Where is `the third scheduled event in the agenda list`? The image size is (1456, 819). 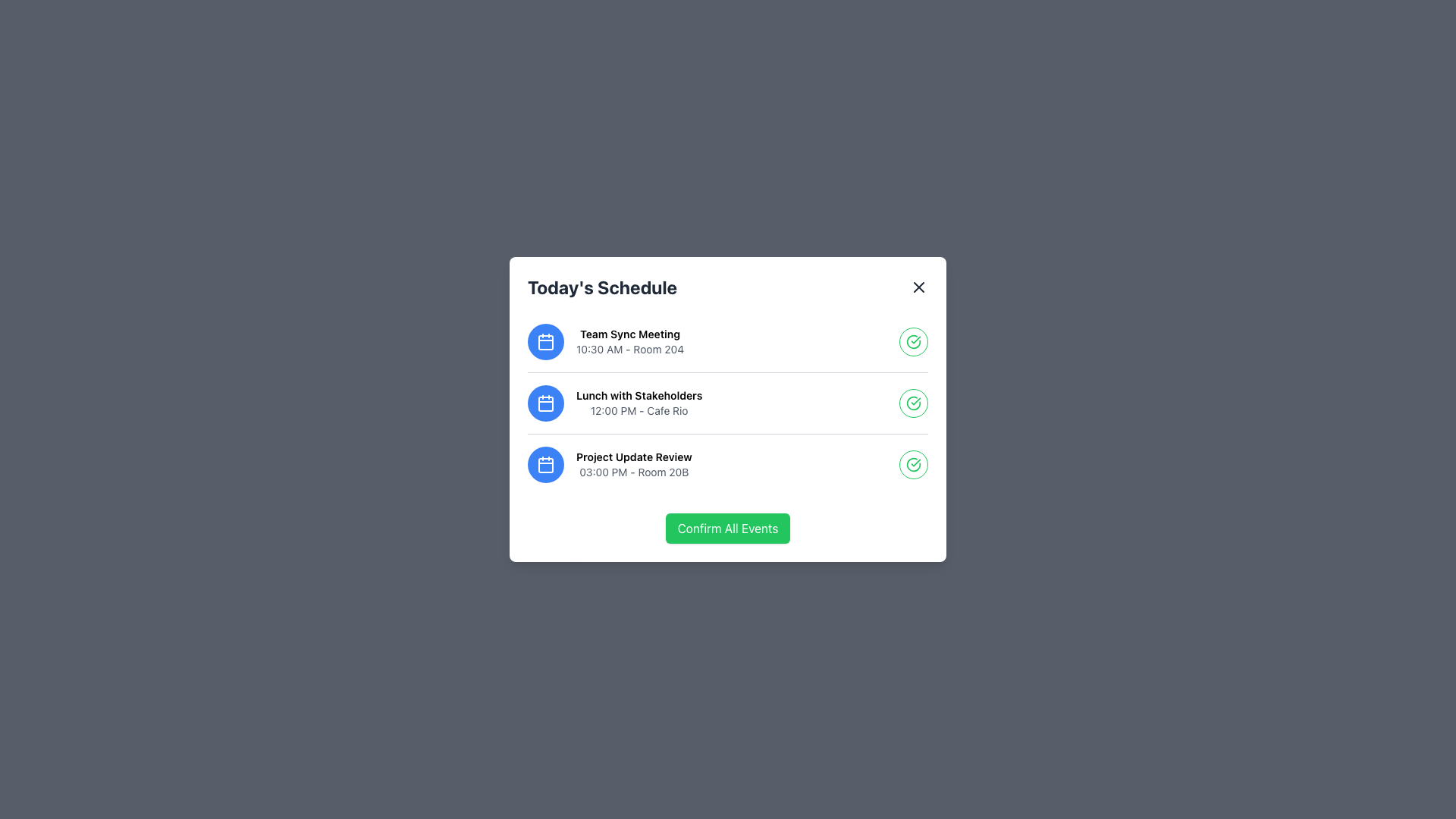 the third scheduled event in the agenda list is located at coordinates (728, 463).